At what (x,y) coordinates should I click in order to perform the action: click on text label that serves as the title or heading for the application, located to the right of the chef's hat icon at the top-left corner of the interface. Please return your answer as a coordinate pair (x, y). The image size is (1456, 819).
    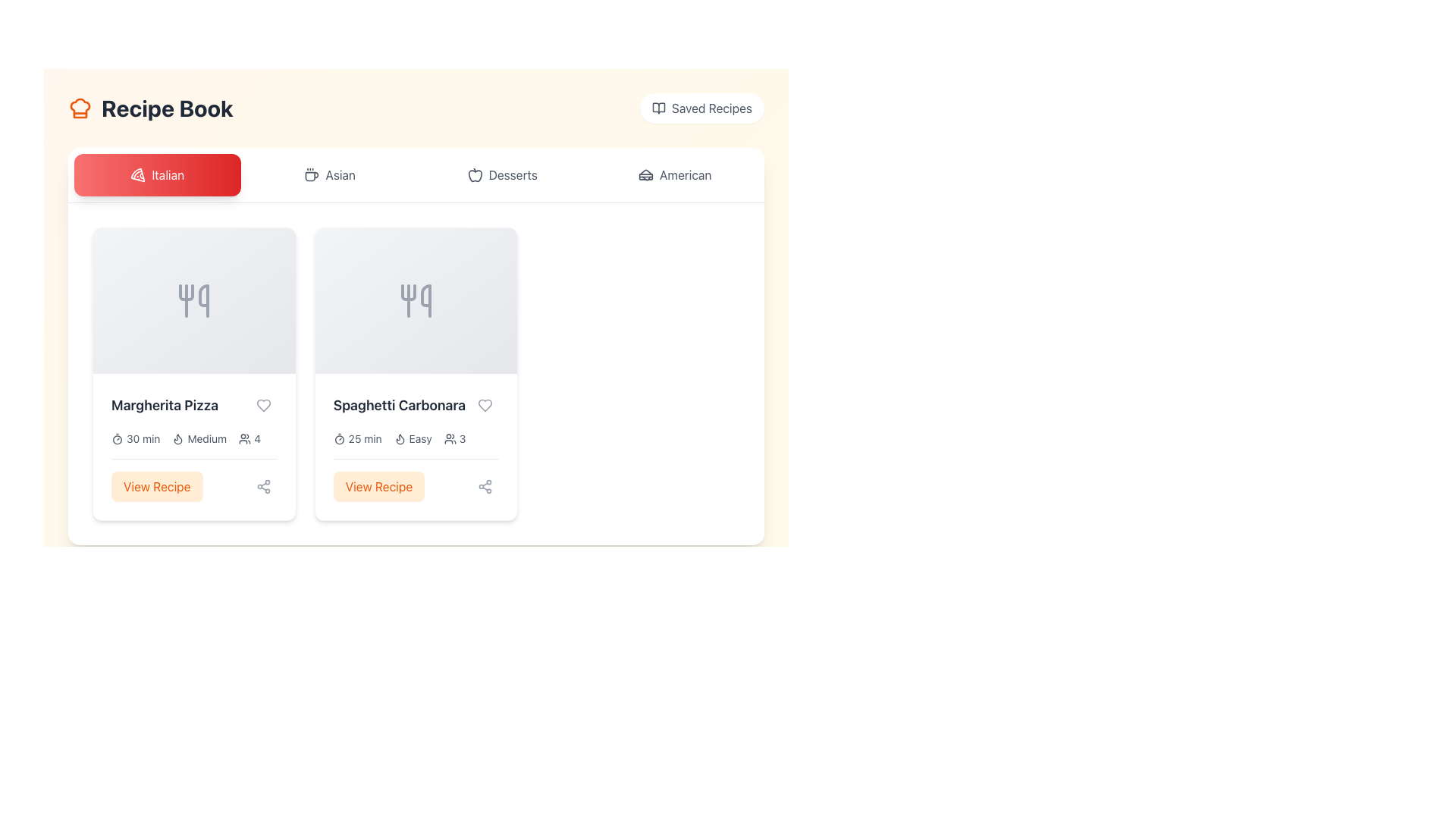
    Looking at the image, I should click on (167, 107).